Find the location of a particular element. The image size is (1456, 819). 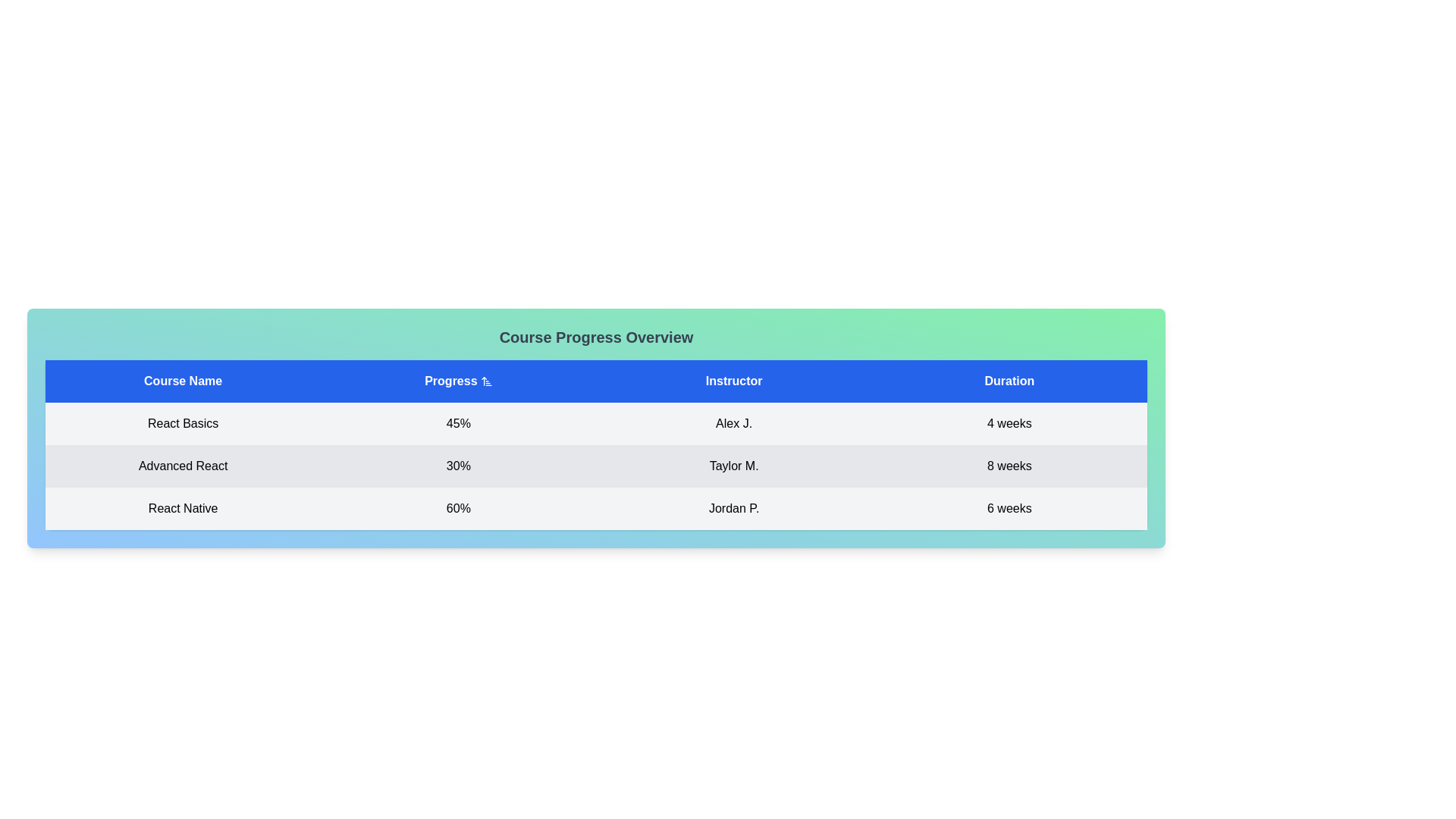

the upward arrow icon next to the 'Progress' header in the table to sort the column is located at coordinates (457, 380).